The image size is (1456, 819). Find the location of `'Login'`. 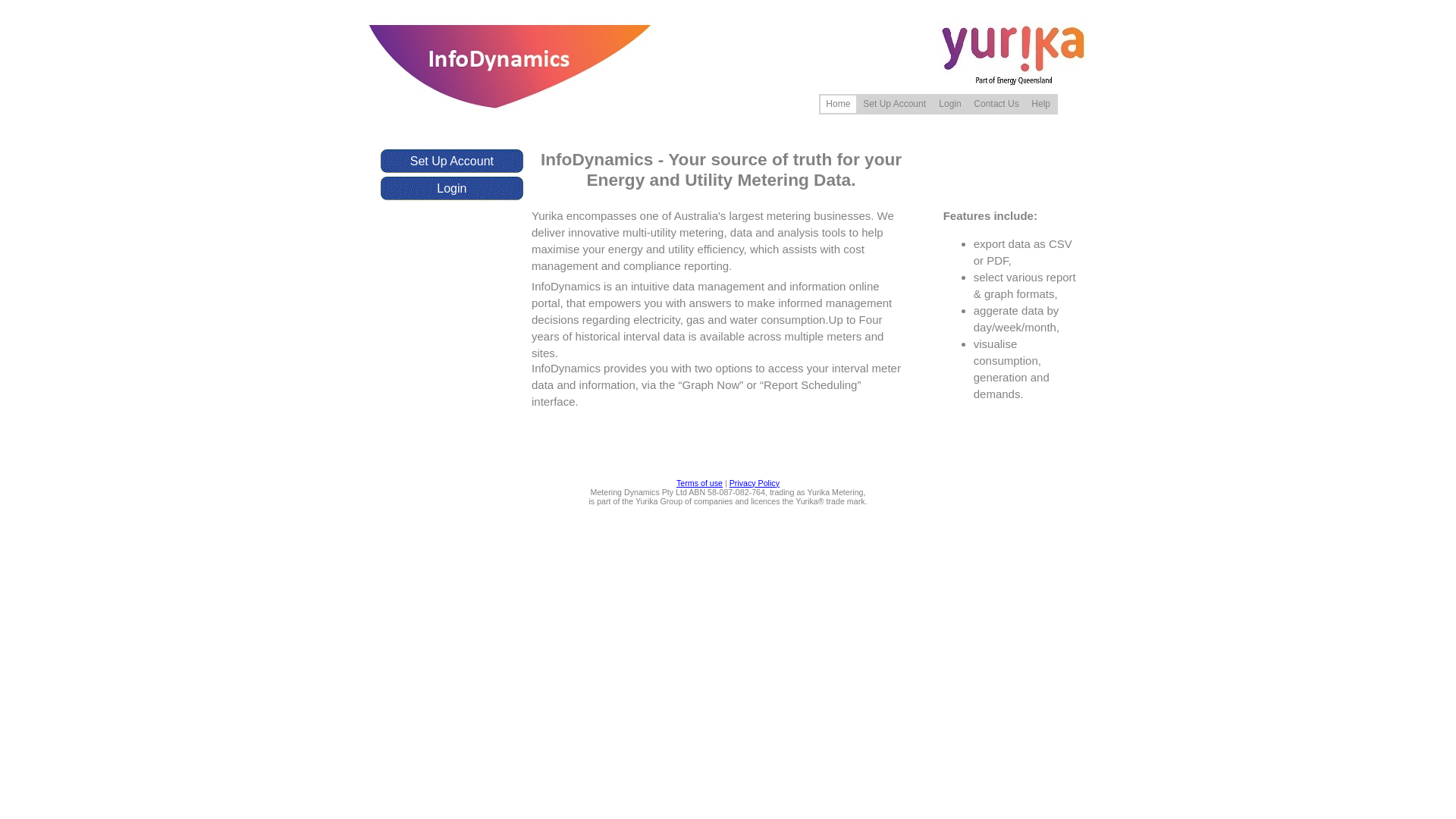

'Login' is located at coordinates (949, 103).